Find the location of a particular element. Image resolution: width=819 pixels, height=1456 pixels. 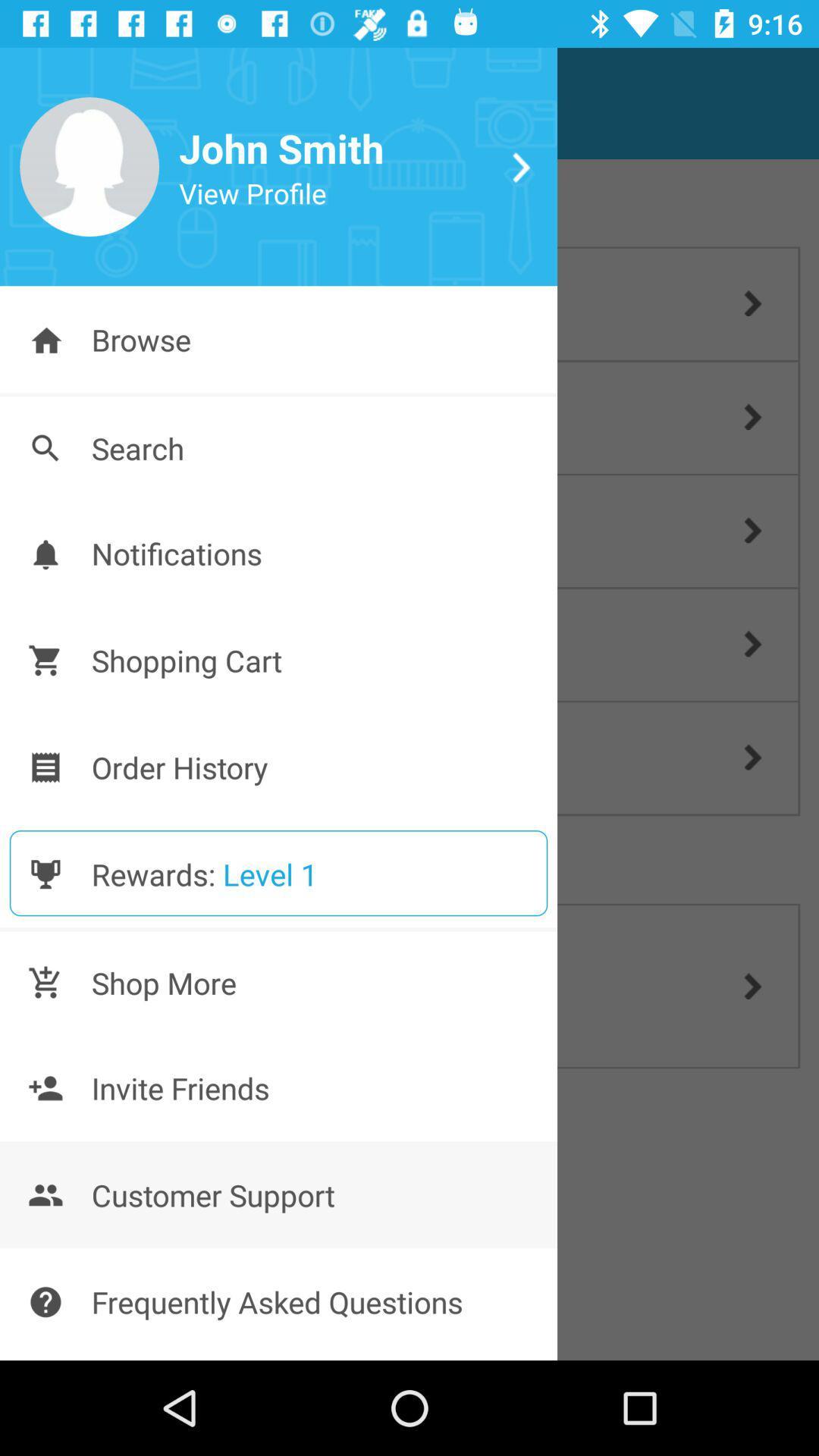

cart icon which is before shopping cart on the page is located at coordinates (45, 660).